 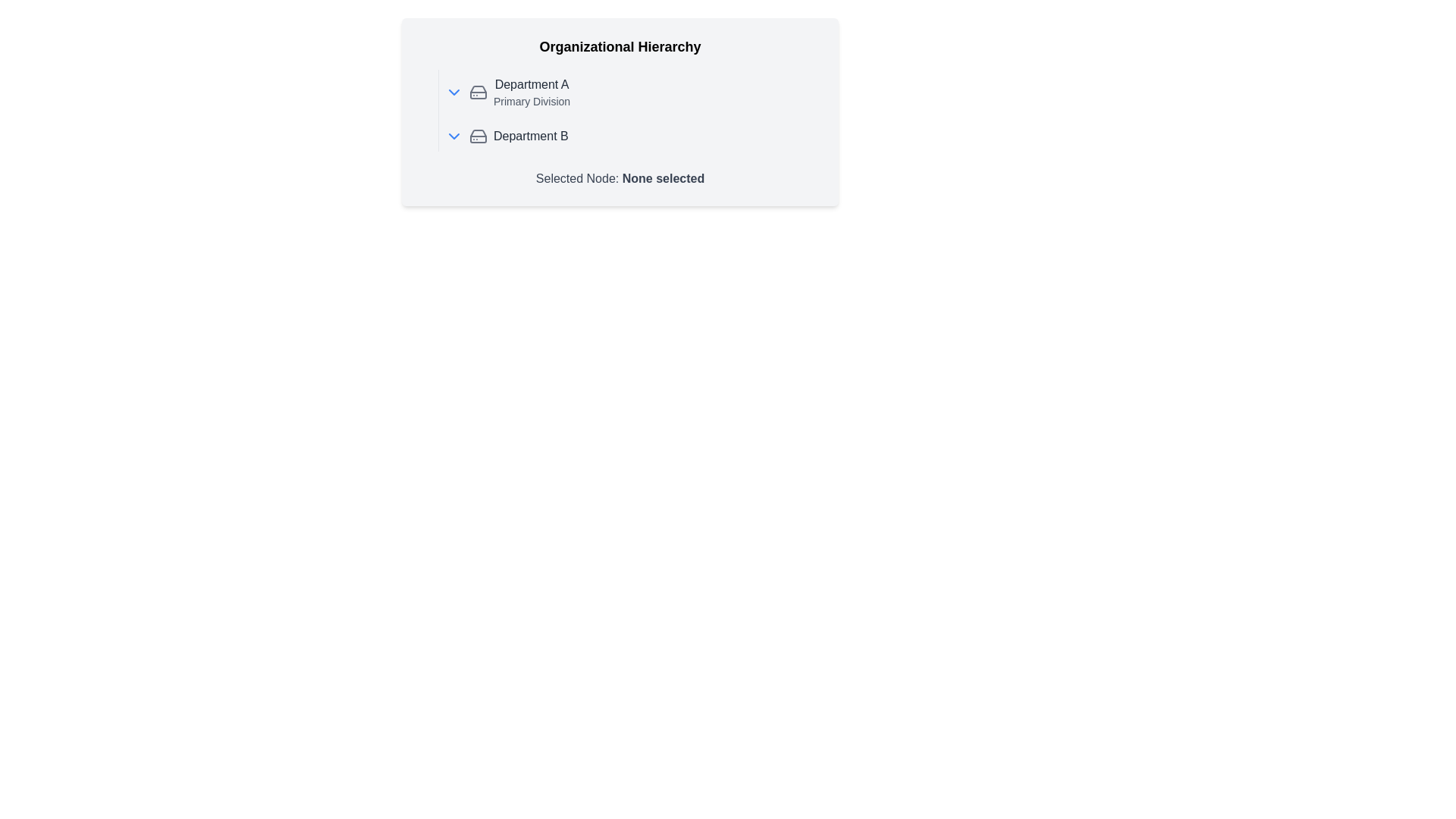 What do you see at coordinates (532, 102) in the screenshot?
I see `the 'Primary Division' static text label, which is a smaller, gray font label located below 'Department A'` at bounding box center [532, 102].